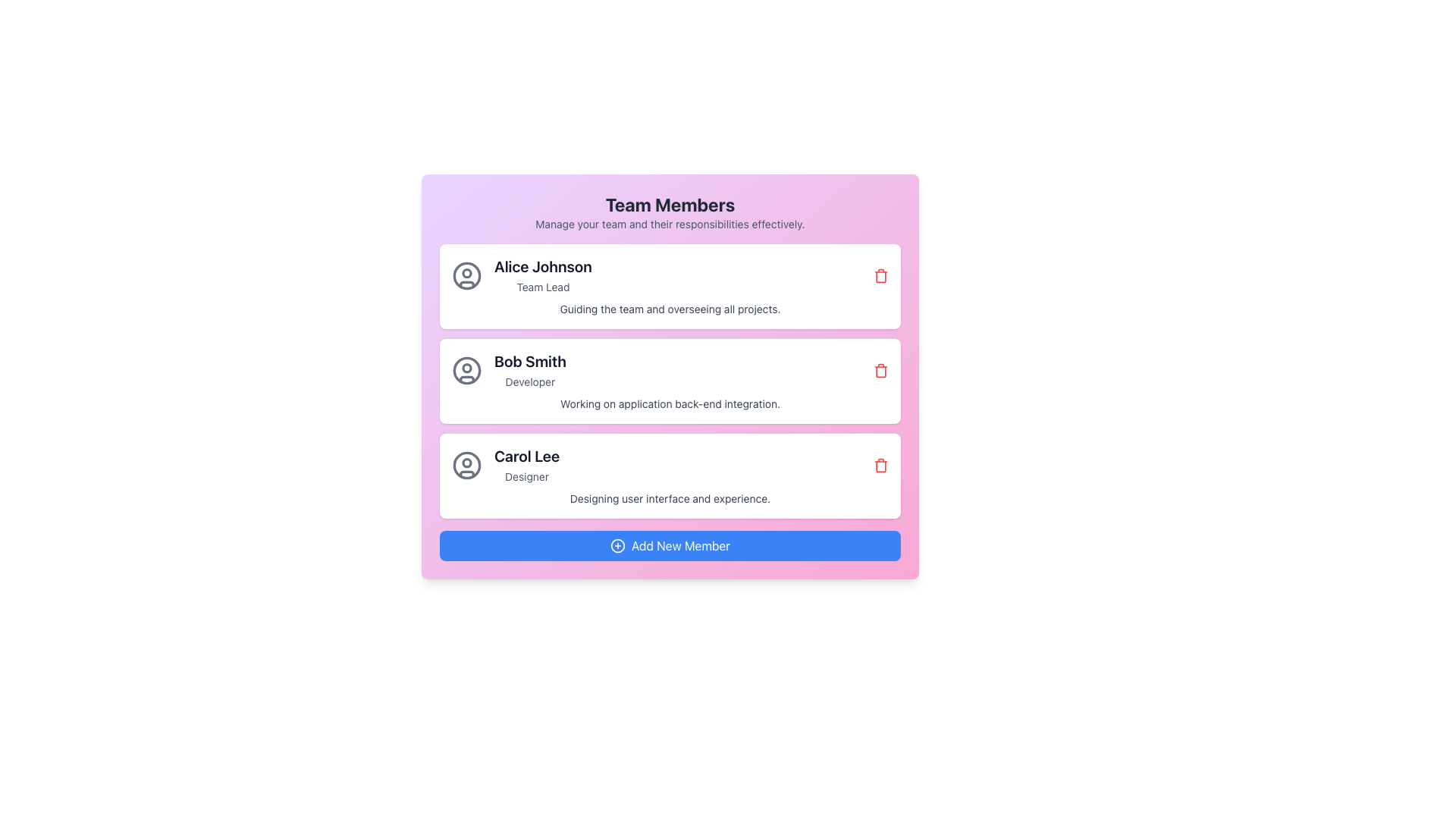  Describe the element at coordinates (669, 287) in the screenshot. I see `the Profile card representing 'Alice Johnson,' the team lead, located in the upper-middle part of the interface` at that location.